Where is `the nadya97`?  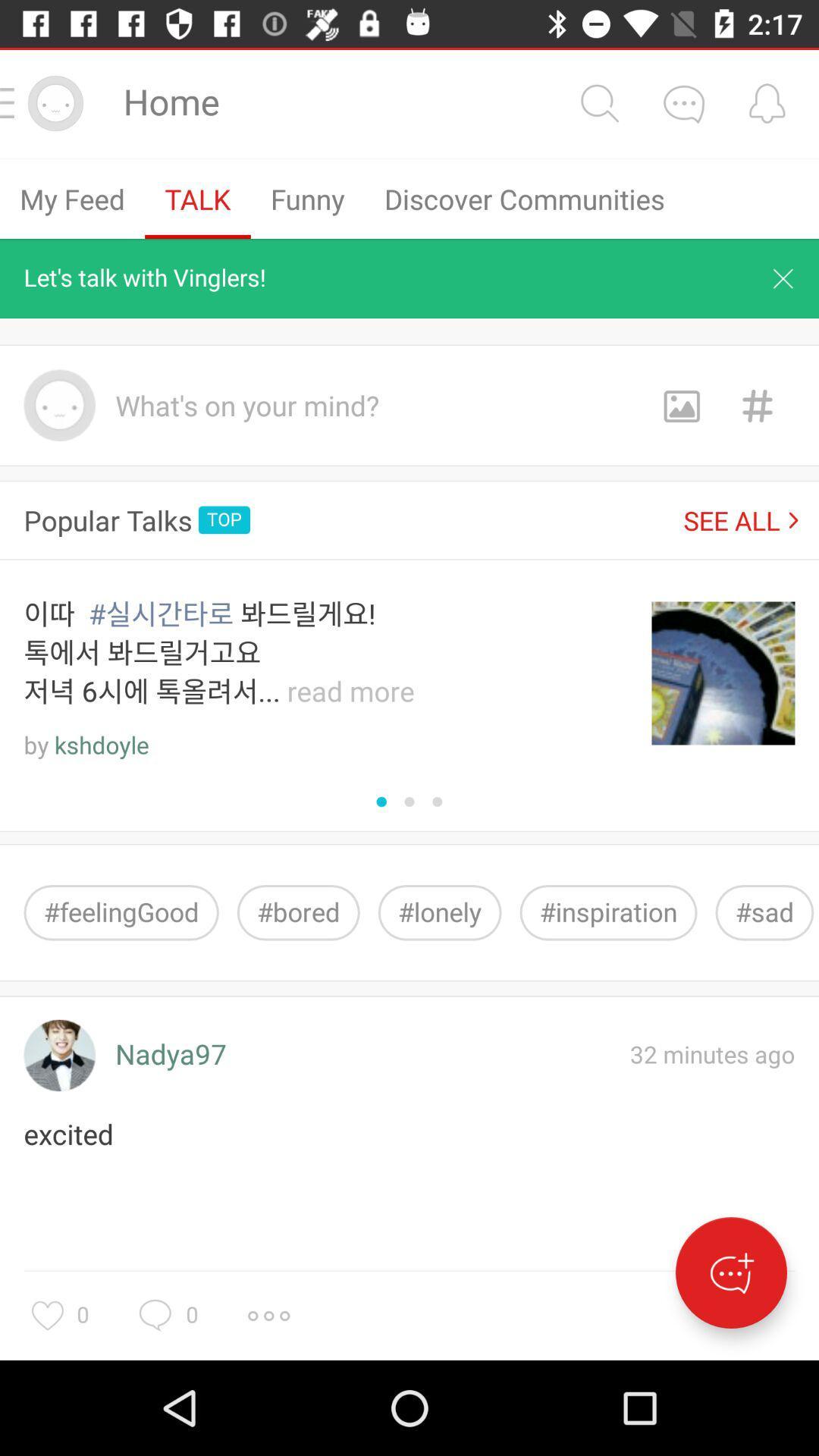
the nadya97 is located at coordinates (171, 1055).